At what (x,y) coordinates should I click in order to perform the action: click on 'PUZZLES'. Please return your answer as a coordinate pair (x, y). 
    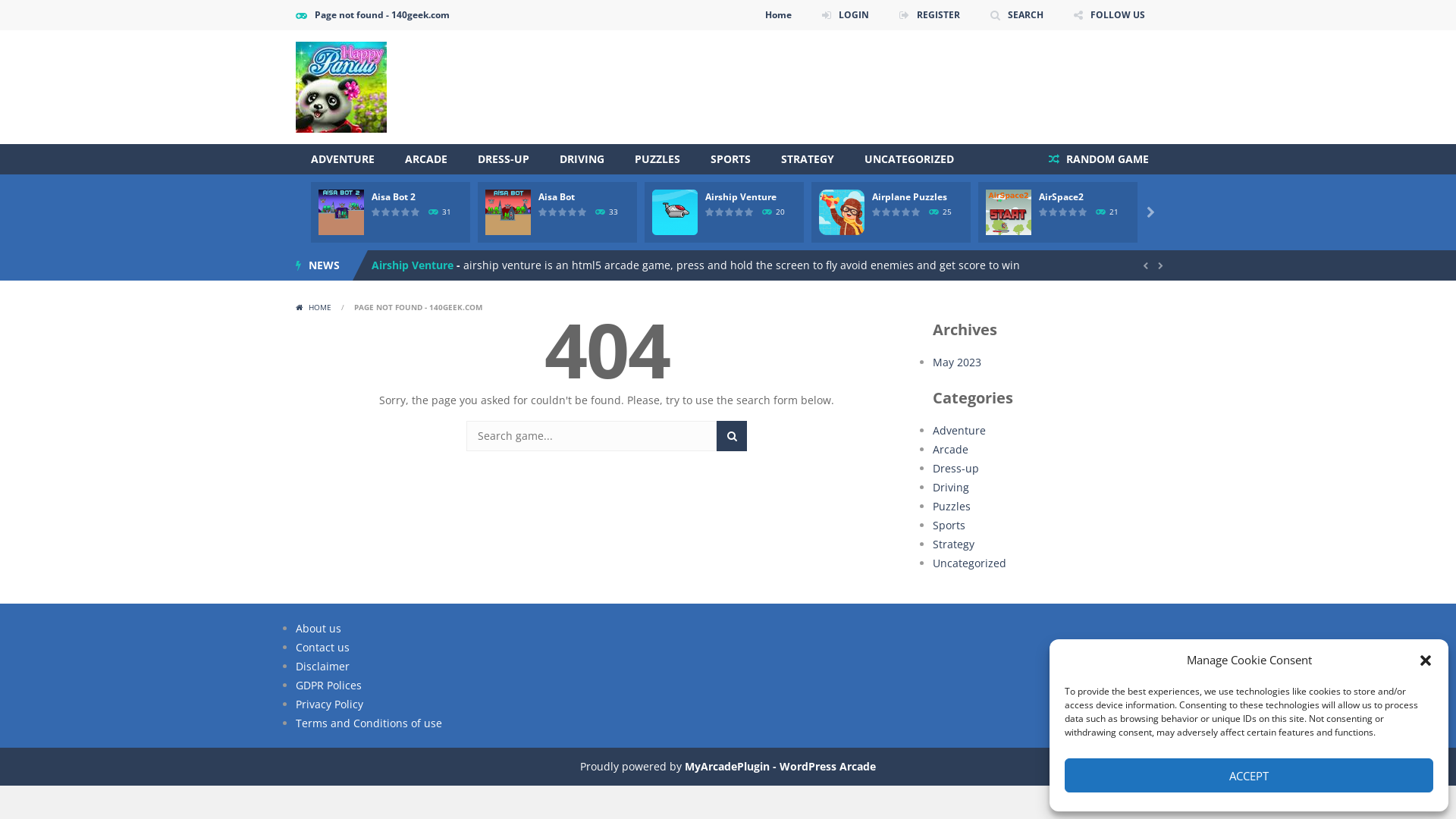
    Looking at the image, I should click on (657, 158).